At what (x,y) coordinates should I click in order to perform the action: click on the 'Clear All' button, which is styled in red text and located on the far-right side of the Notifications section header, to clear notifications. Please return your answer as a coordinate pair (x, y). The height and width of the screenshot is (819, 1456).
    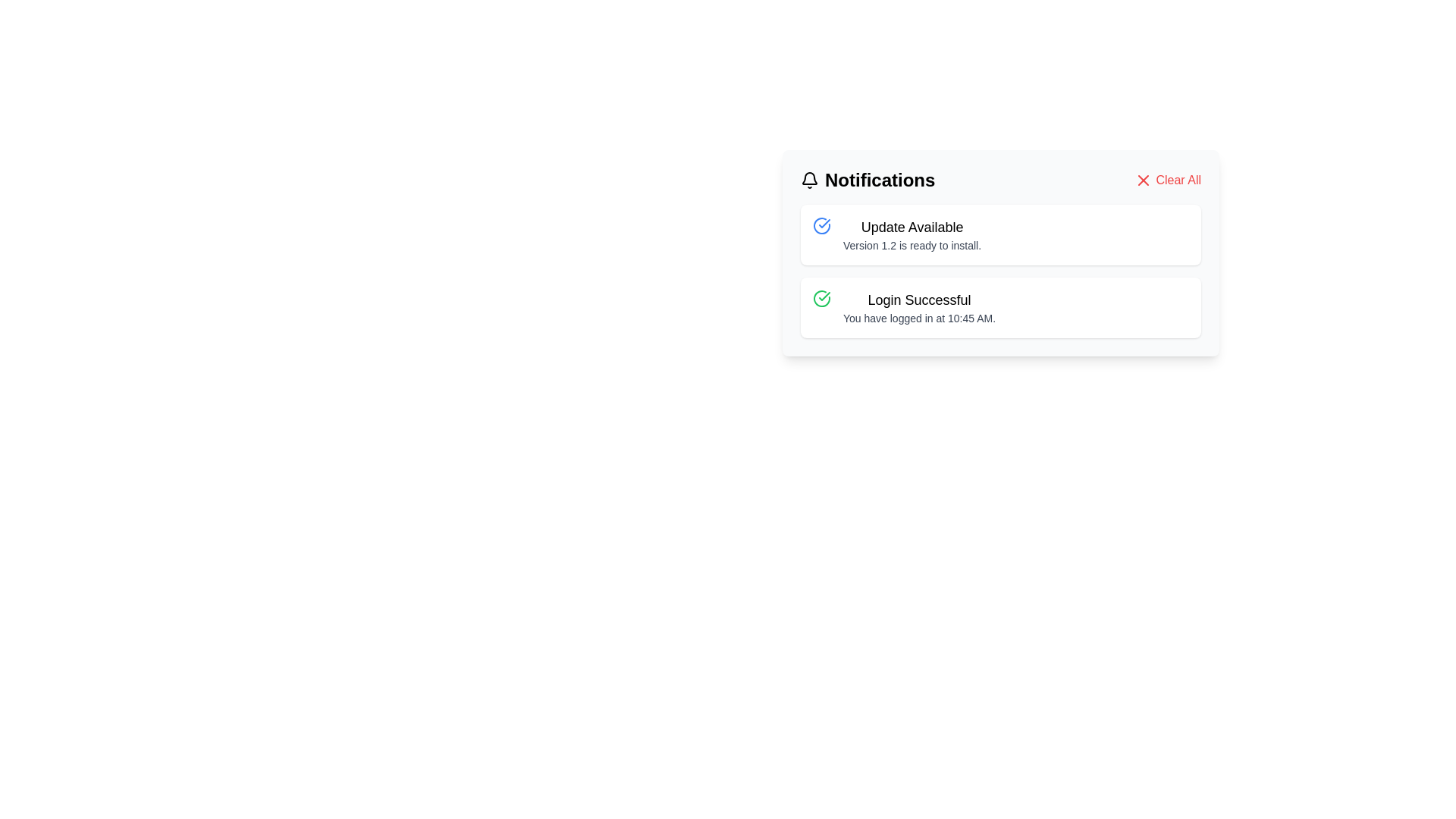
    Looking at the image, I should click on (1167, 180).